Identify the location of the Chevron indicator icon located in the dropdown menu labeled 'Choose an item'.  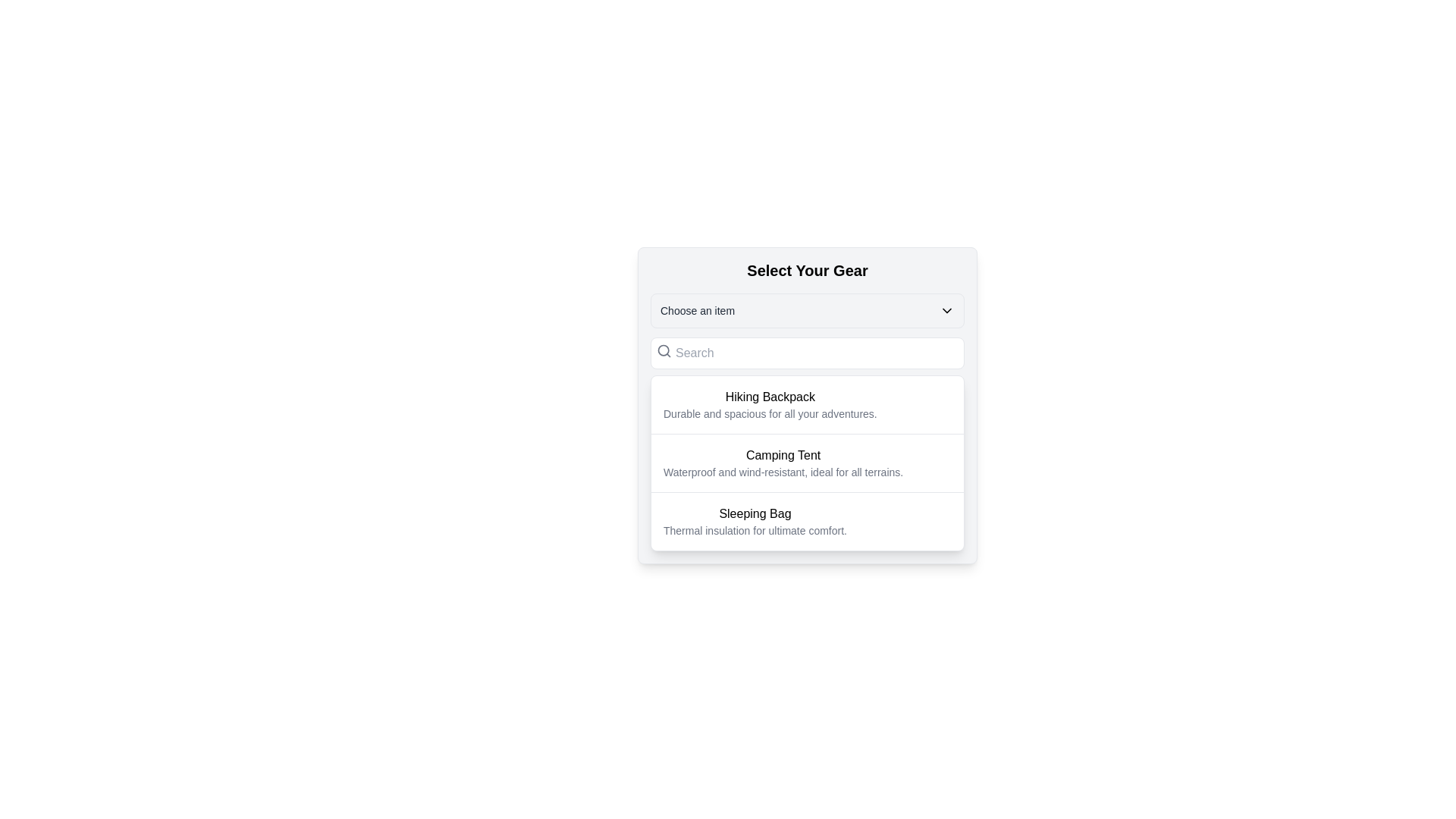
(946, 309).